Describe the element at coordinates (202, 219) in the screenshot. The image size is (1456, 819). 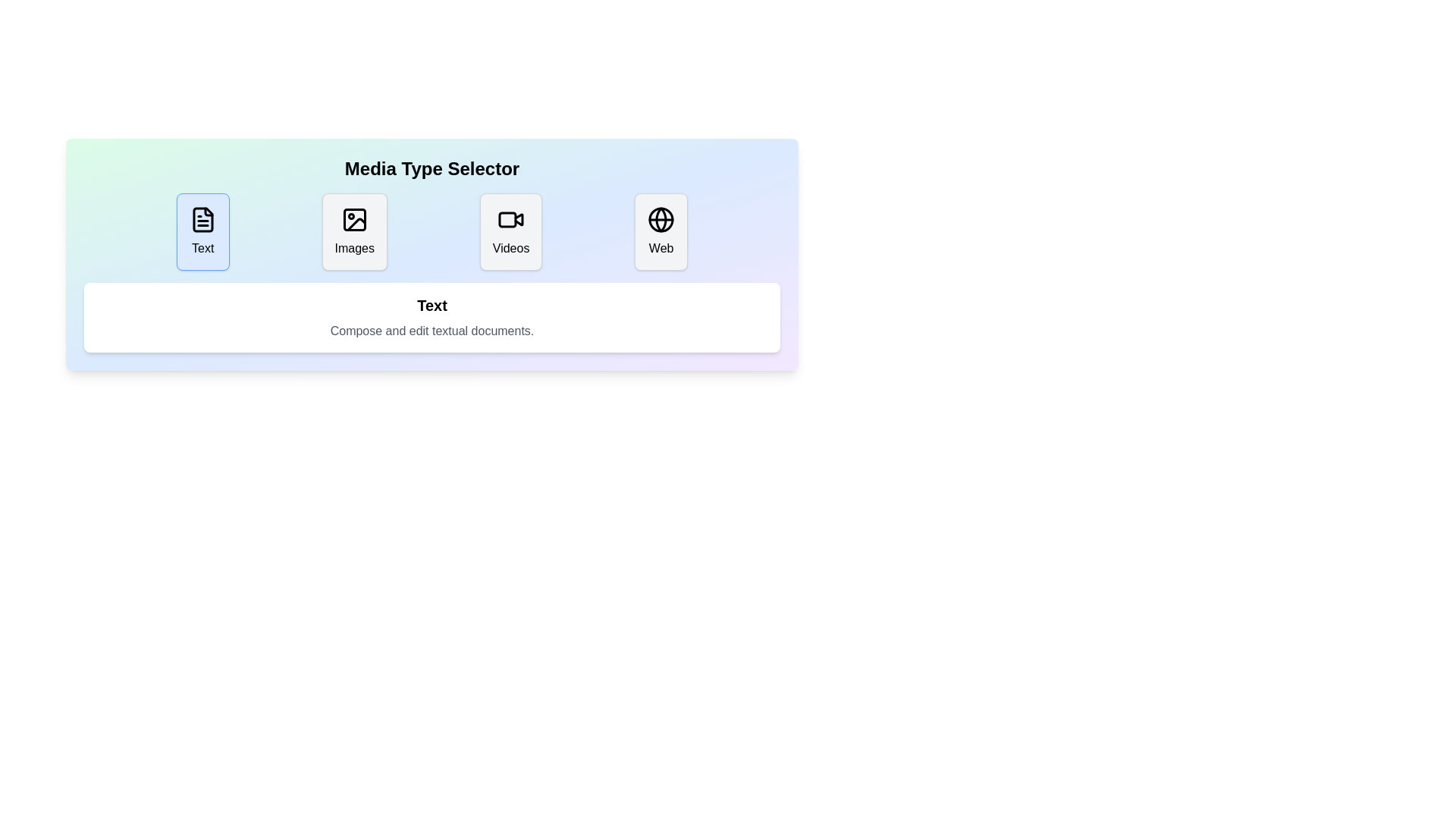
I see `the SVG icon representing the 'Text' media type category located in the leftmost button of a horizontally aligned set of four buttons` at that location.